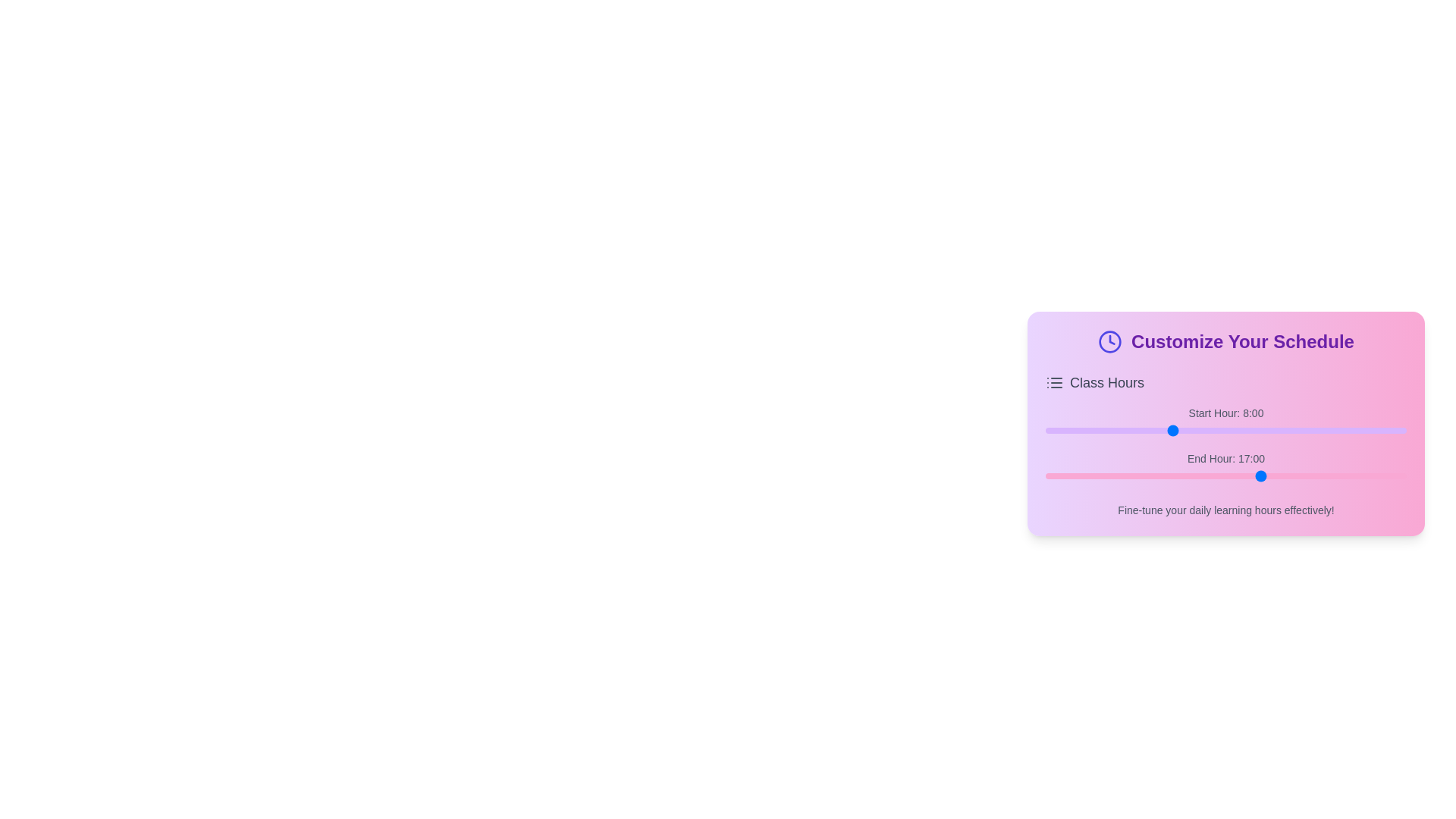  What do you see at coordinates (1234, 430) in the screenshot?
I see `the slider to set the start hour to 12` at bounding box center [1234, 430].